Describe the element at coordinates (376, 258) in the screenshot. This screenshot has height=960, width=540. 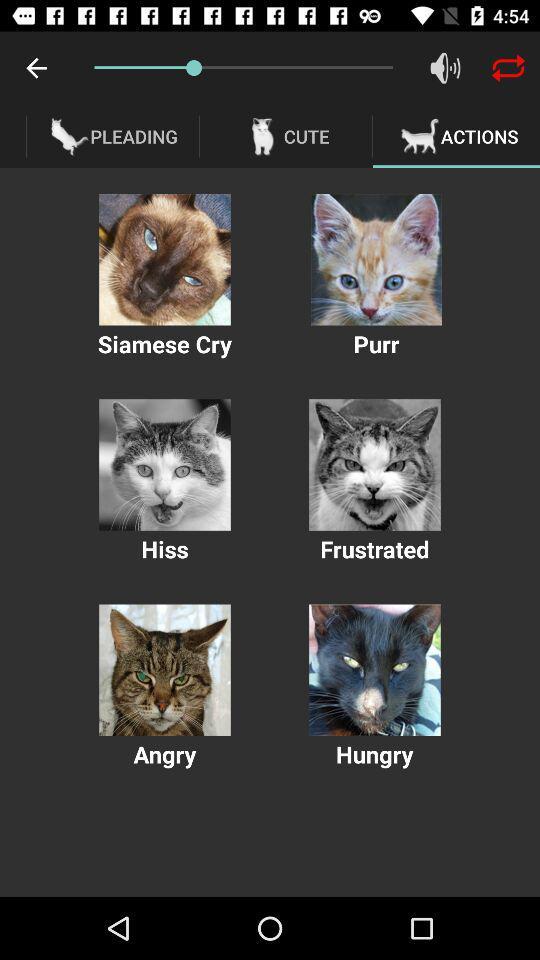
I see `sound` at that location.